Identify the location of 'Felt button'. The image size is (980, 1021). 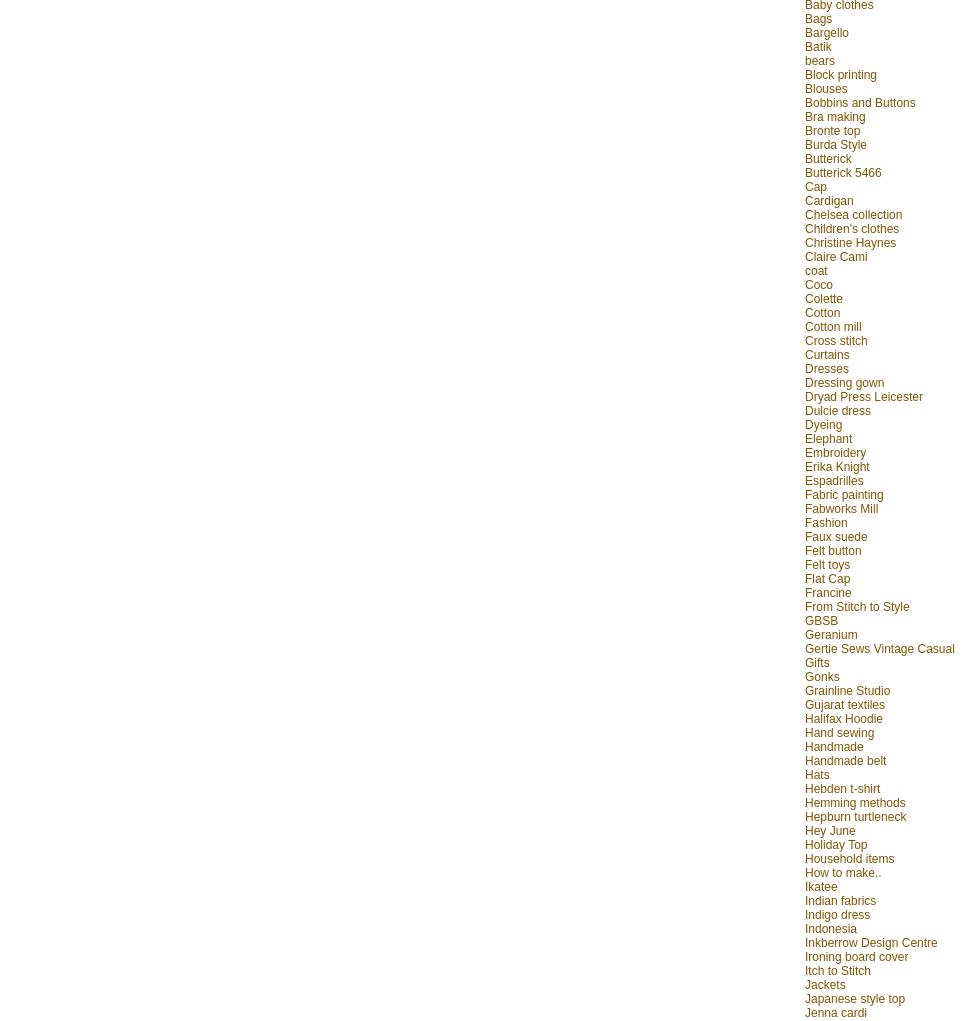
(833, 549).